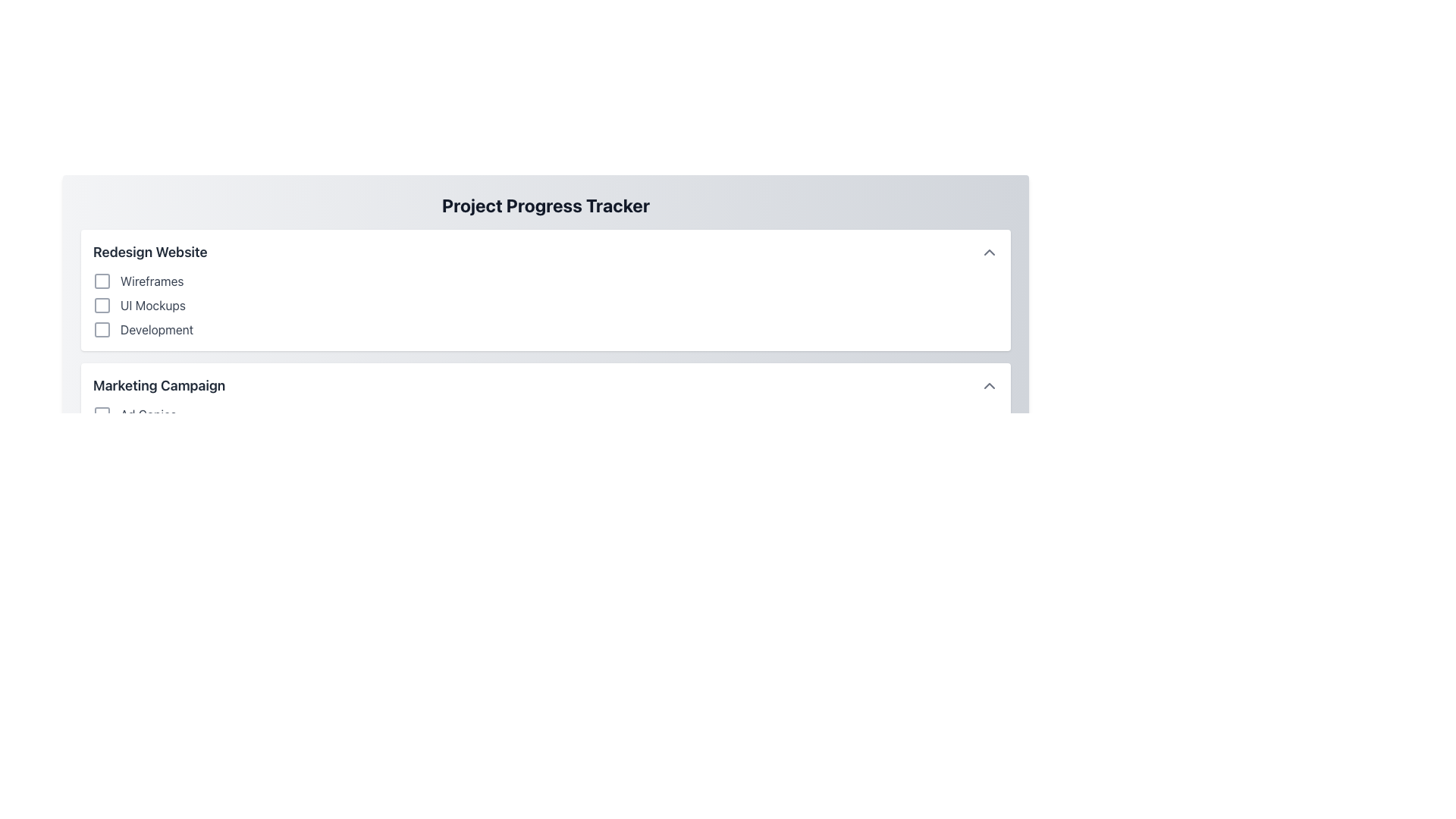  Describe the element at coordinates (101, 305) in the screenshot. I see `the checkbox for the task 'UI Mockups'` at that location.